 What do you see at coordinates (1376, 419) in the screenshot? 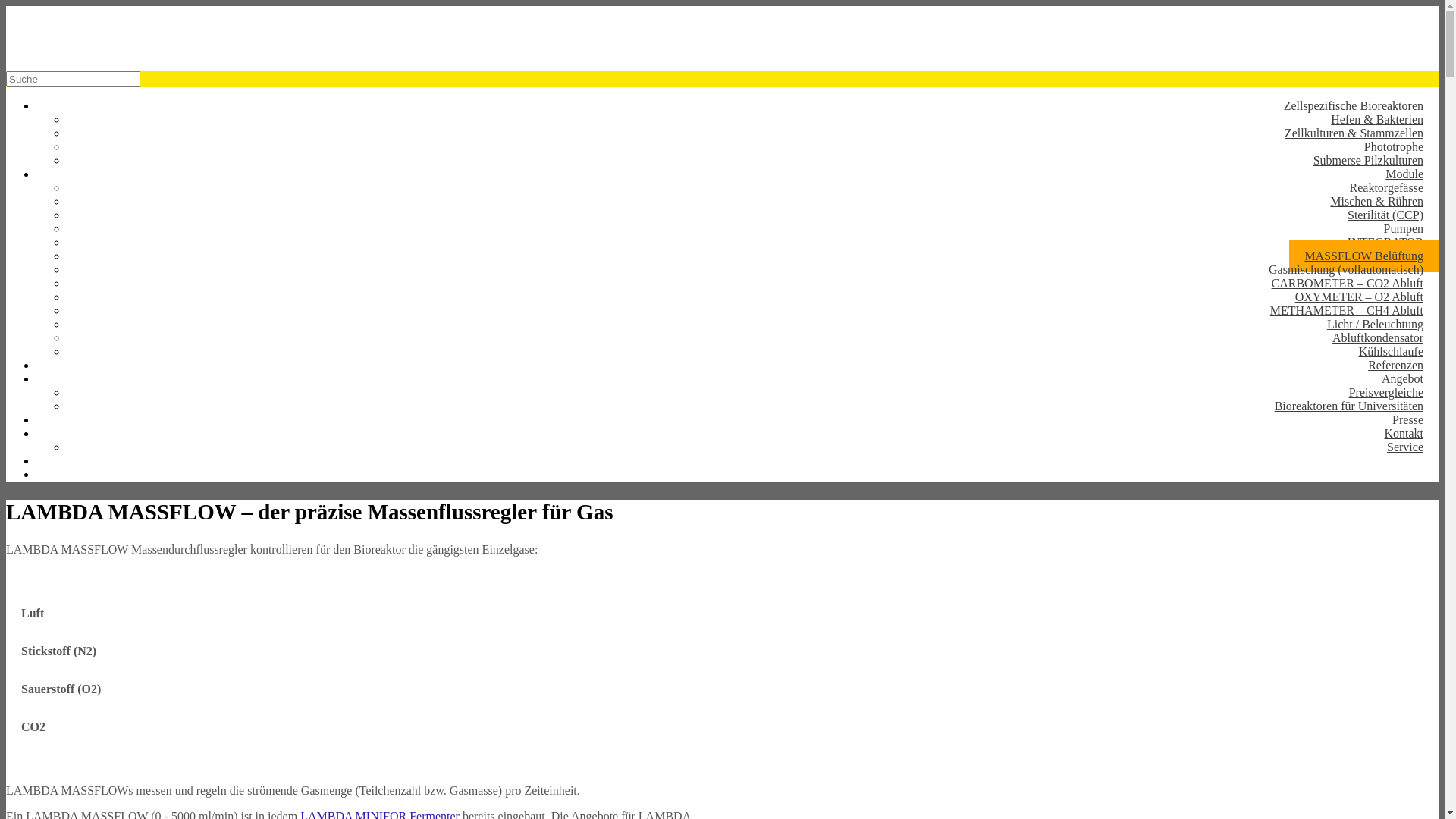
I see `'Presse'` at bounding box center [1376, 419].